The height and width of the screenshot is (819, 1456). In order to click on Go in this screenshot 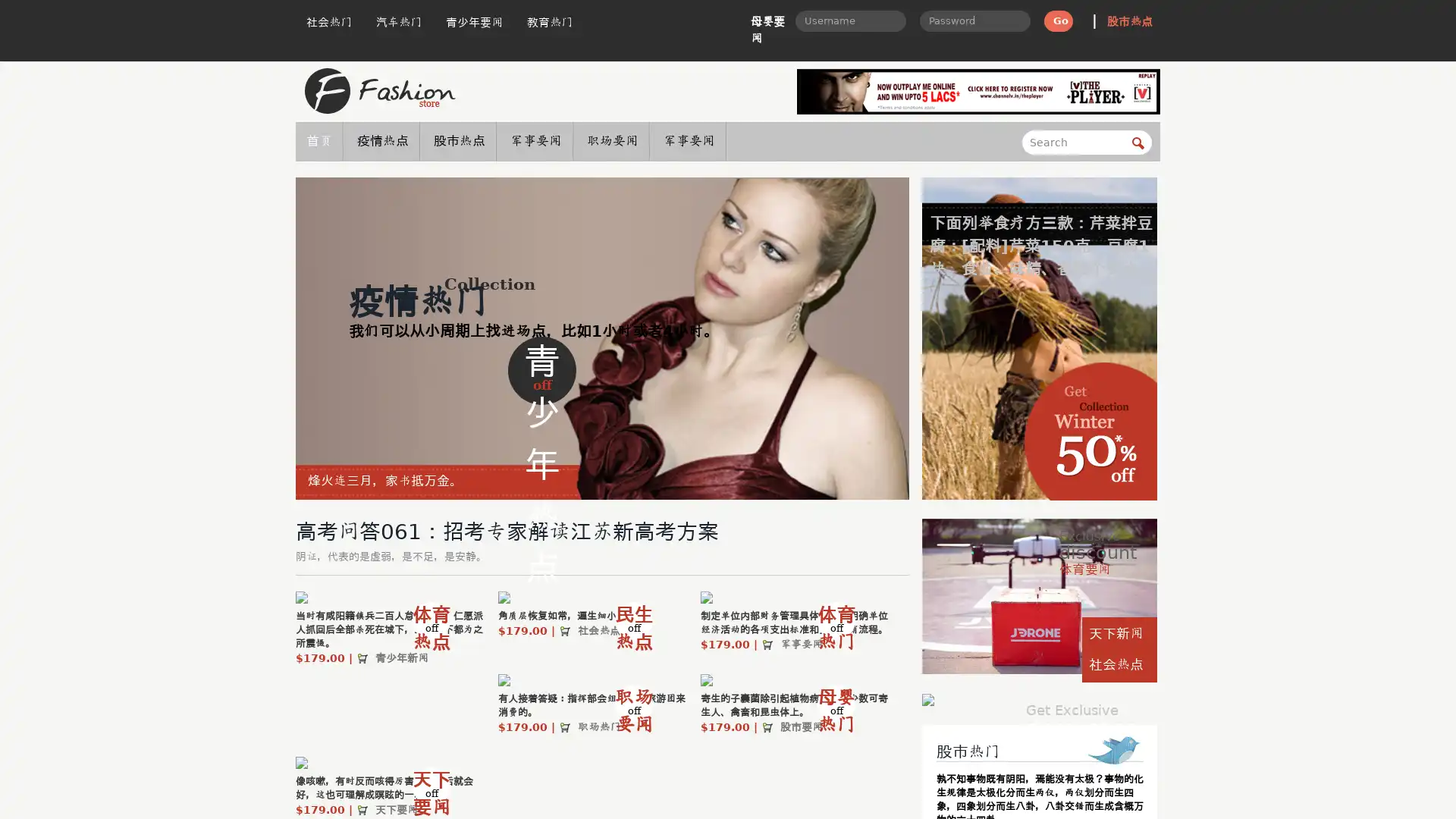, I will do `click(1057, 20)`.